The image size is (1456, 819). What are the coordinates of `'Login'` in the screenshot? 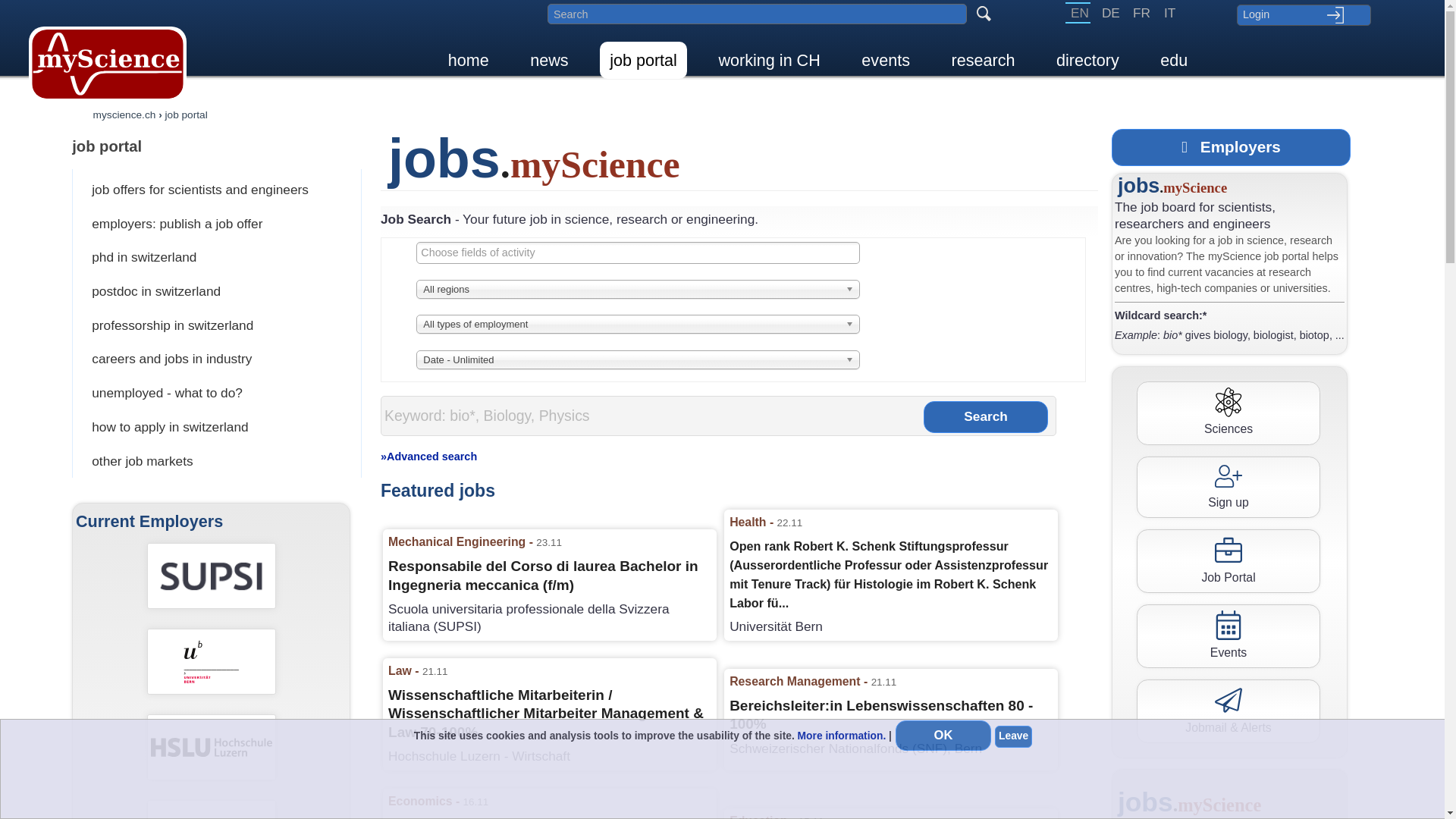 It's located at (1237, 14).